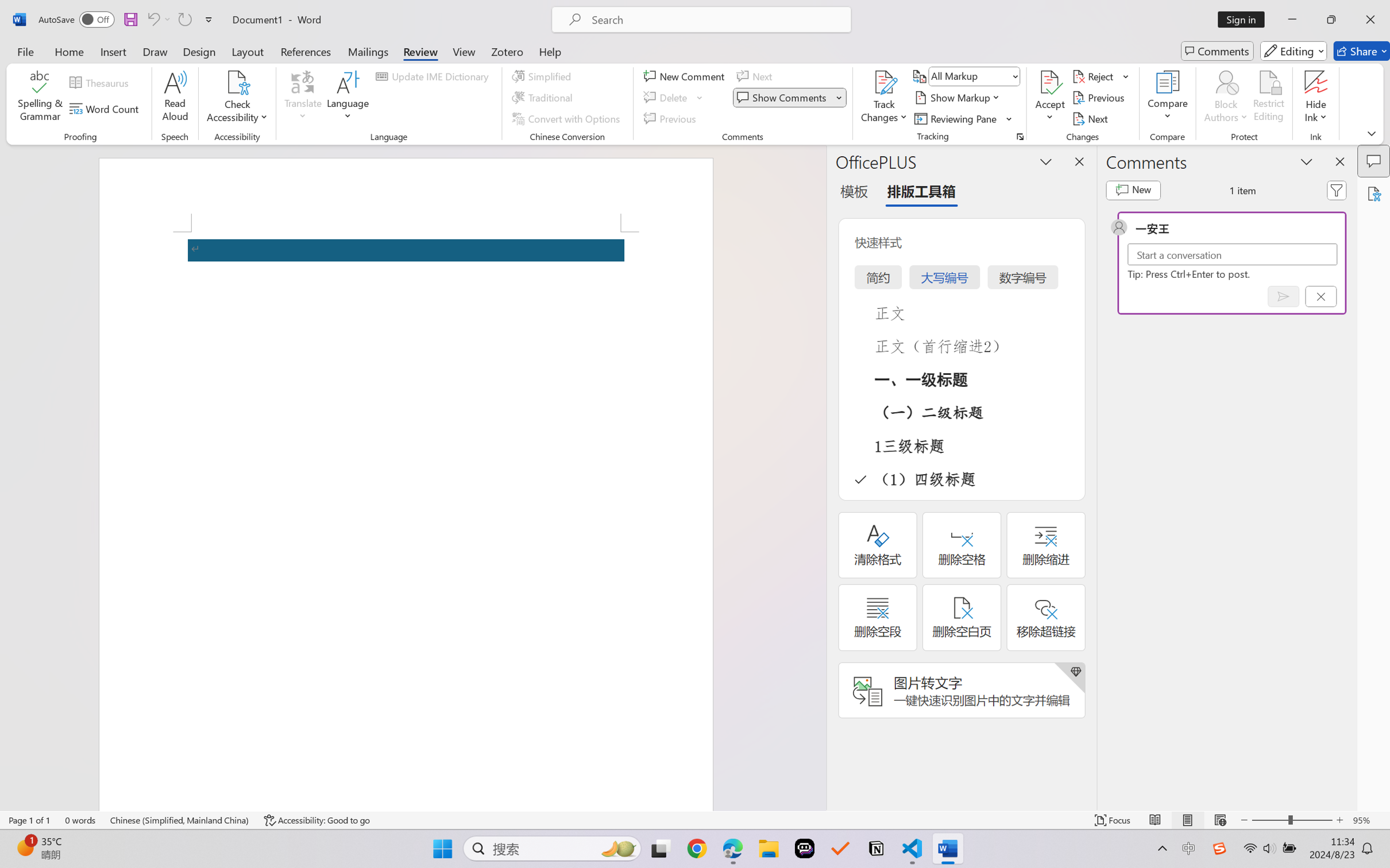  Describe the element at coordinates (1225, 82) in the screenshot. I see `'Block Authors'` at that location.